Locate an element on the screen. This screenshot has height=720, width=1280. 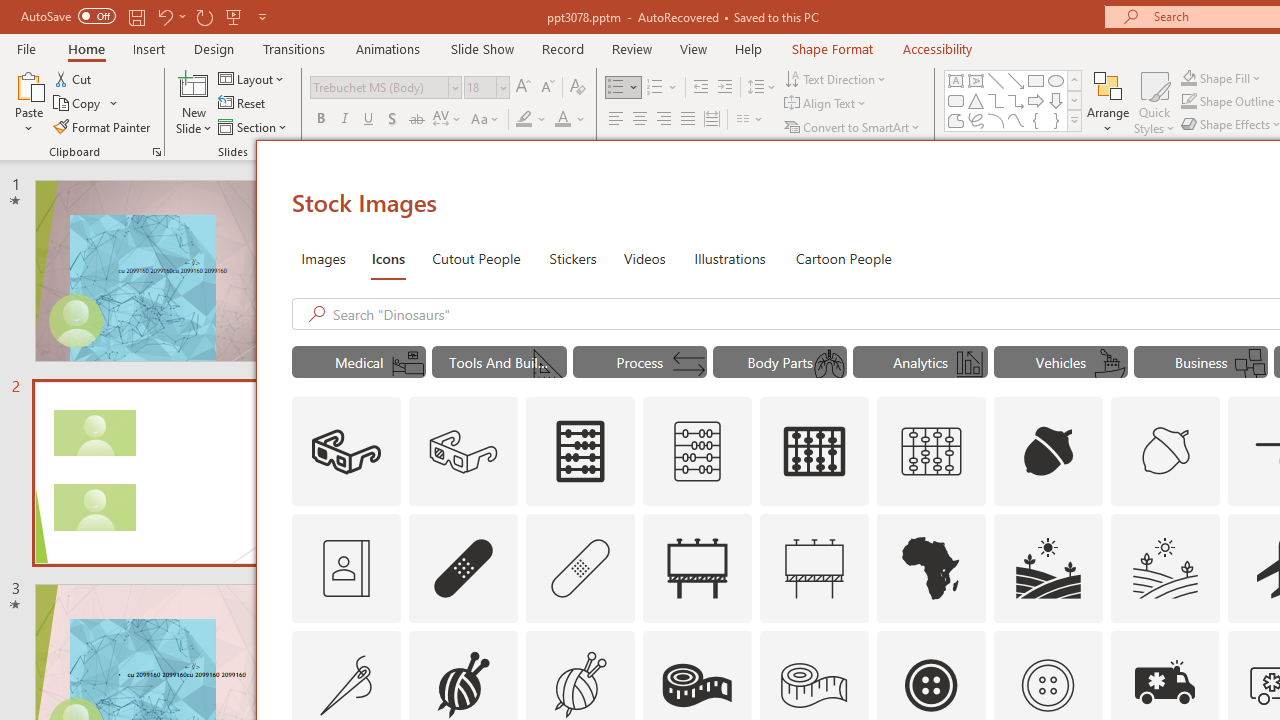
'AutomationID: Icons_AdhesiveBandage_M' is located at coordinates (580, 568).